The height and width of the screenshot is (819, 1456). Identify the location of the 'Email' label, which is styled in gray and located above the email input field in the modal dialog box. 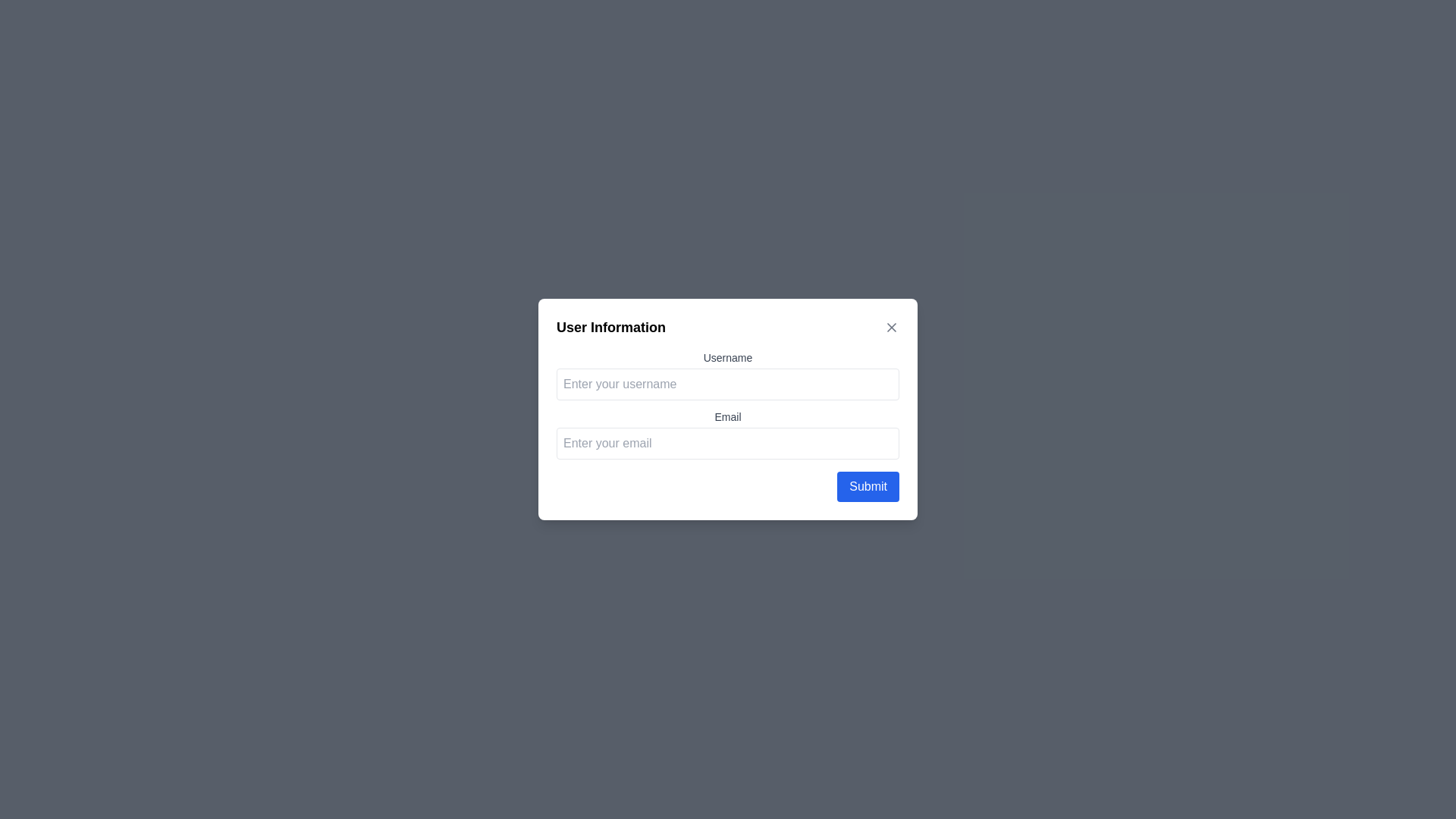
(728, 417).